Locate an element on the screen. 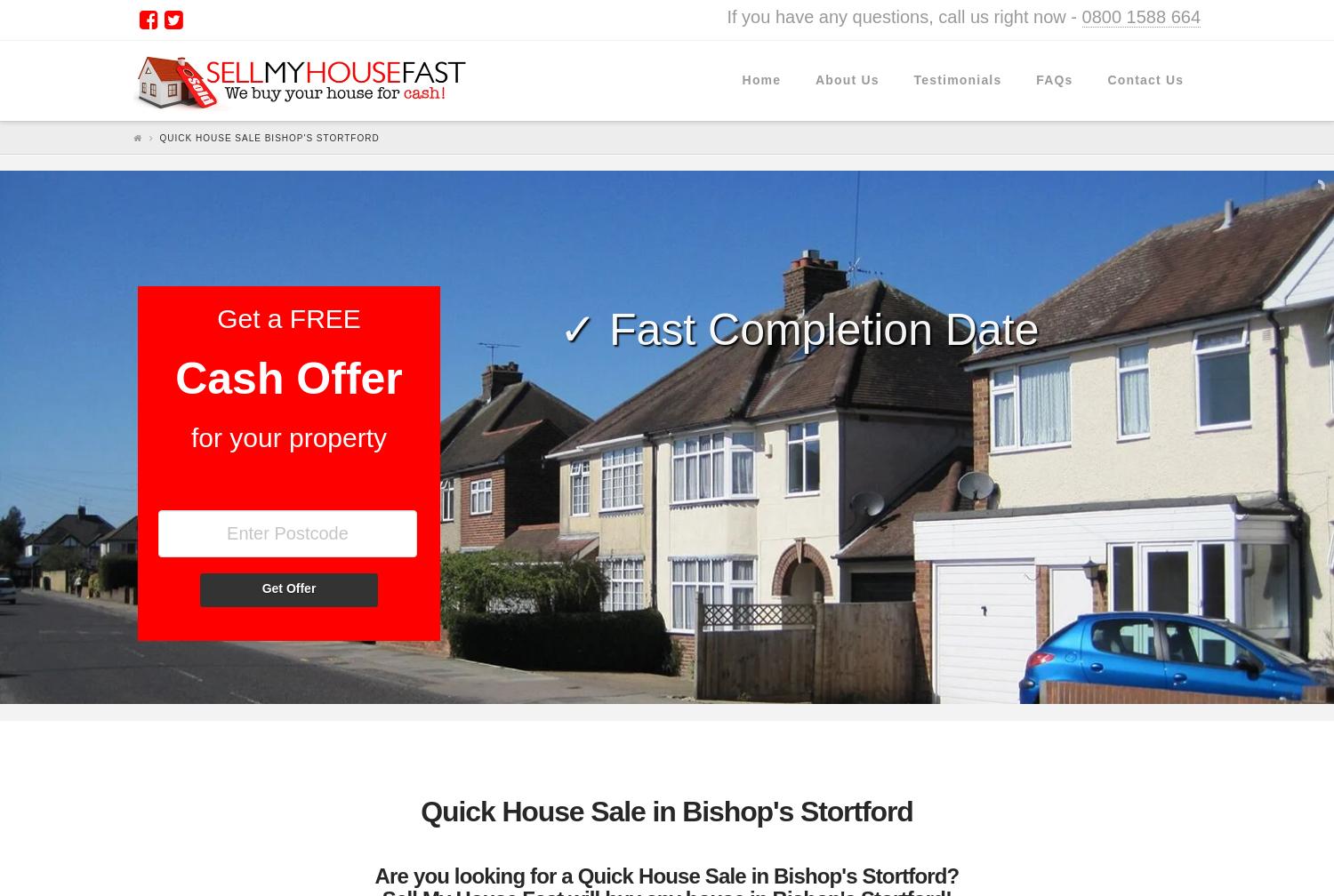  'Are you looking for a Quick House Sale in Bishop's Stortford?' is located at coordinates (665, 875).